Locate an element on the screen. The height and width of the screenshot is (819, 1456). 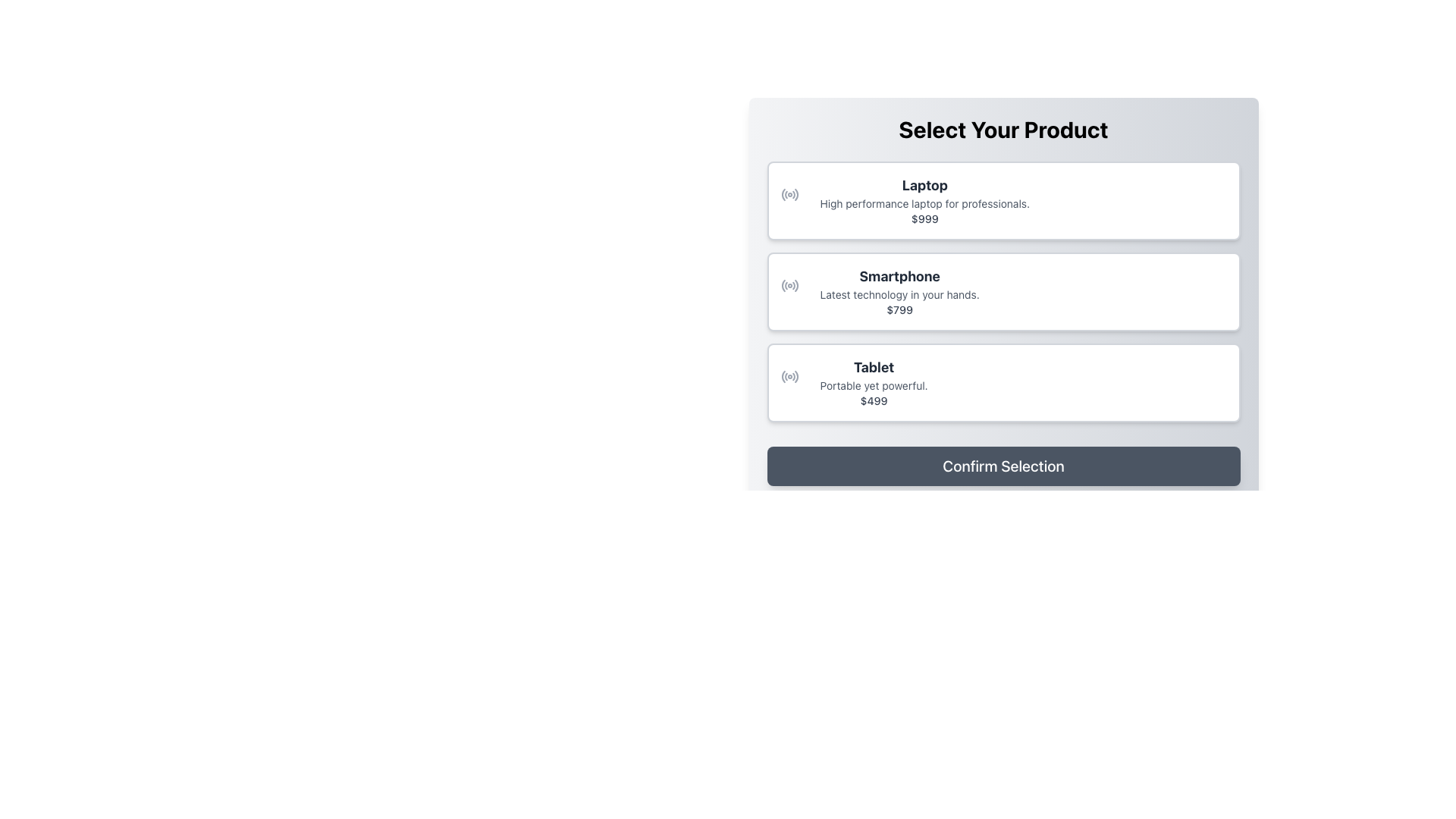
the text description block for the Laptop product is located at coordinates (924, 200).